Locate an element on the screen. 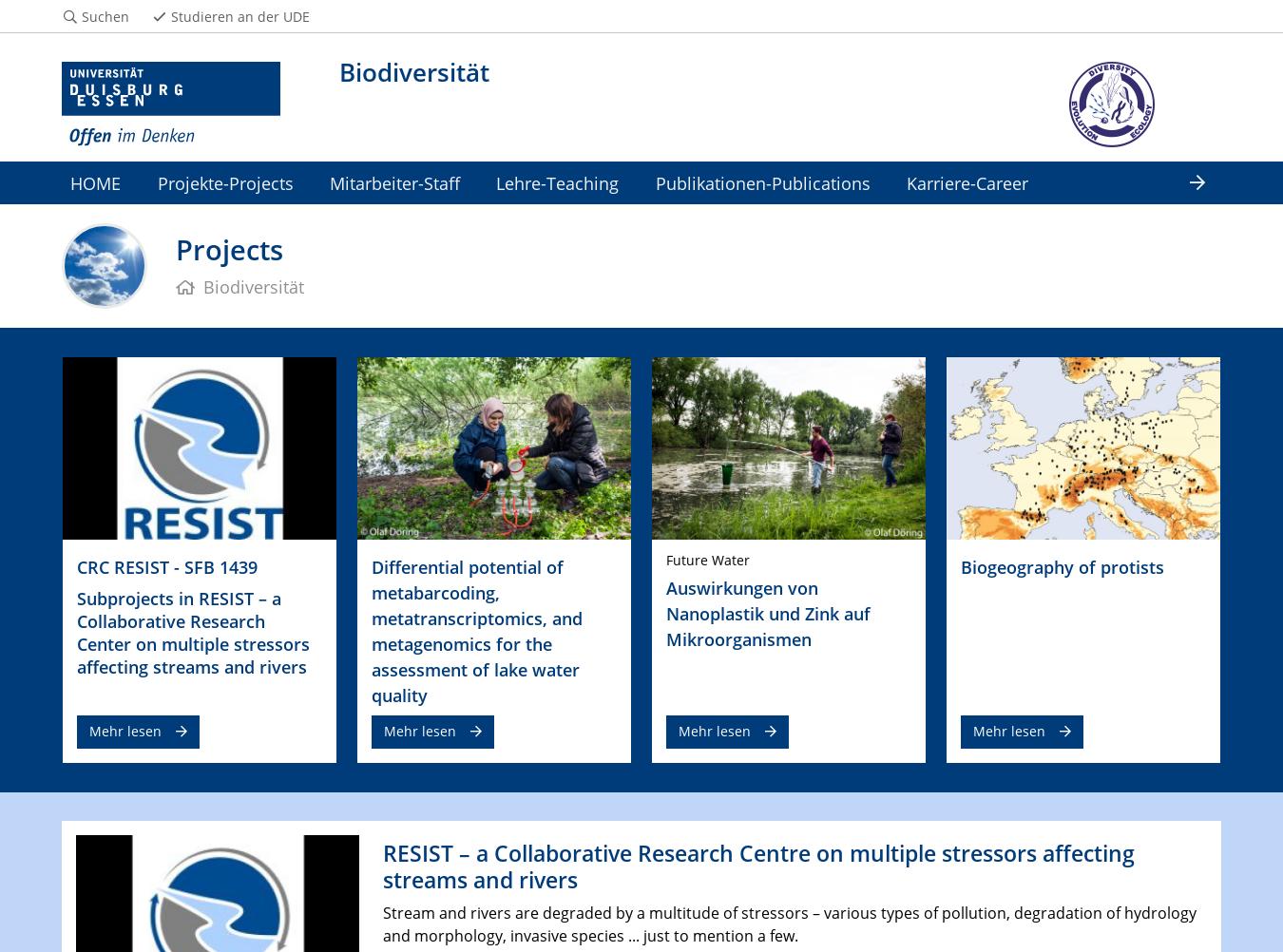 The image size is (1283, 952). 'Stream and rivers are degraded by a multitude of stressors – various types of pollution, degradation of hydrology and morphology, invasive species ... just to mention a few.' is located at coordinates (788, 923).